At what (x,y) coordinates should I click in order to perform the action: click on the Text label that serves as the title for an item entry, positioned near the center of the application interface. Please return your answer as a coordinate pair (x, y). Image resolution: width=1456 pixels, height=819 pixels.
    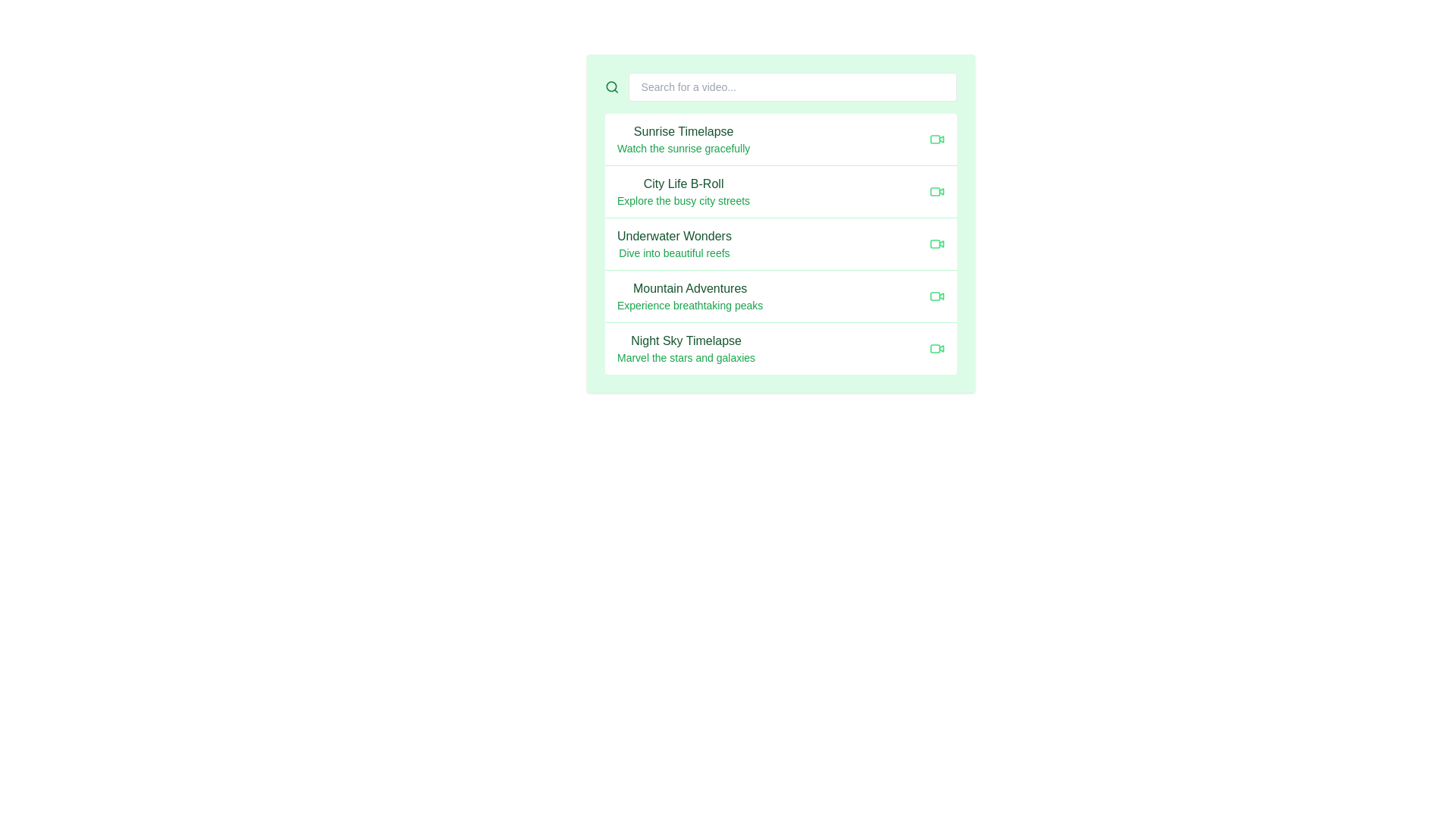
    Looking at the image, I should click on (682, 184).